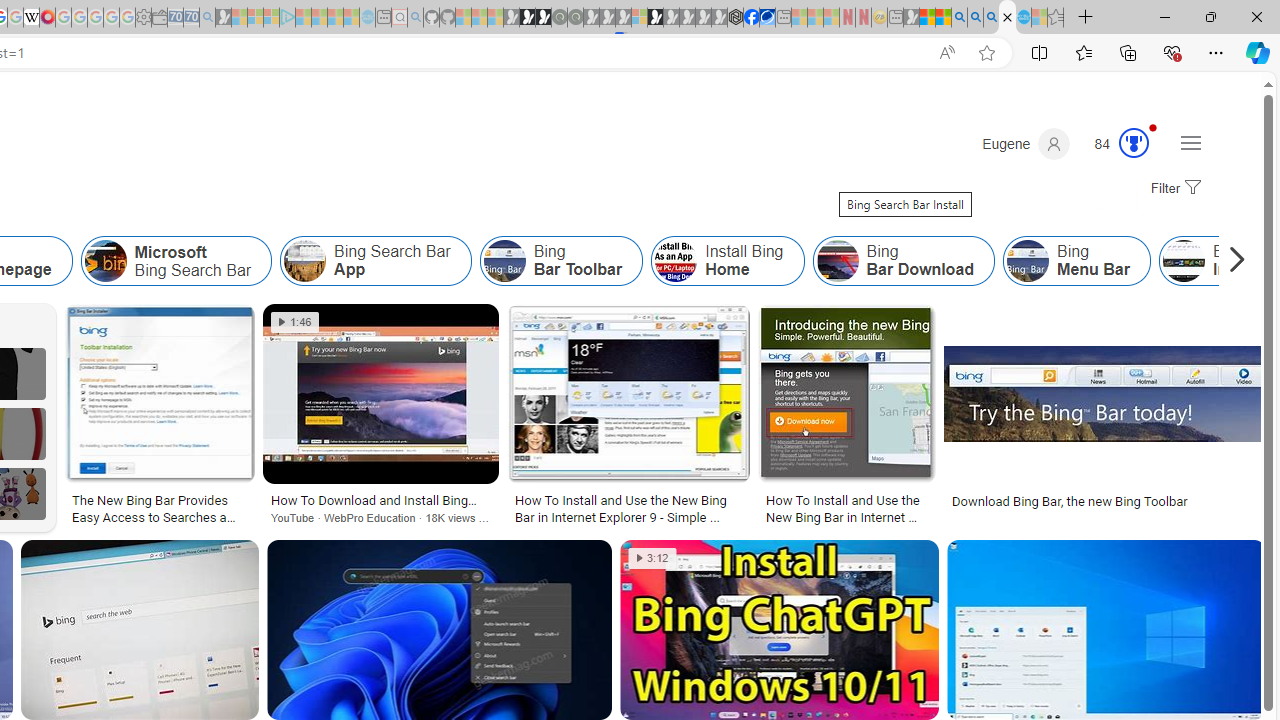  Describe the element at coordinates (975, 17) in the screenshot. I see `'2009 Bing officially replaced Live Search on June 3 - Search'` at that location.